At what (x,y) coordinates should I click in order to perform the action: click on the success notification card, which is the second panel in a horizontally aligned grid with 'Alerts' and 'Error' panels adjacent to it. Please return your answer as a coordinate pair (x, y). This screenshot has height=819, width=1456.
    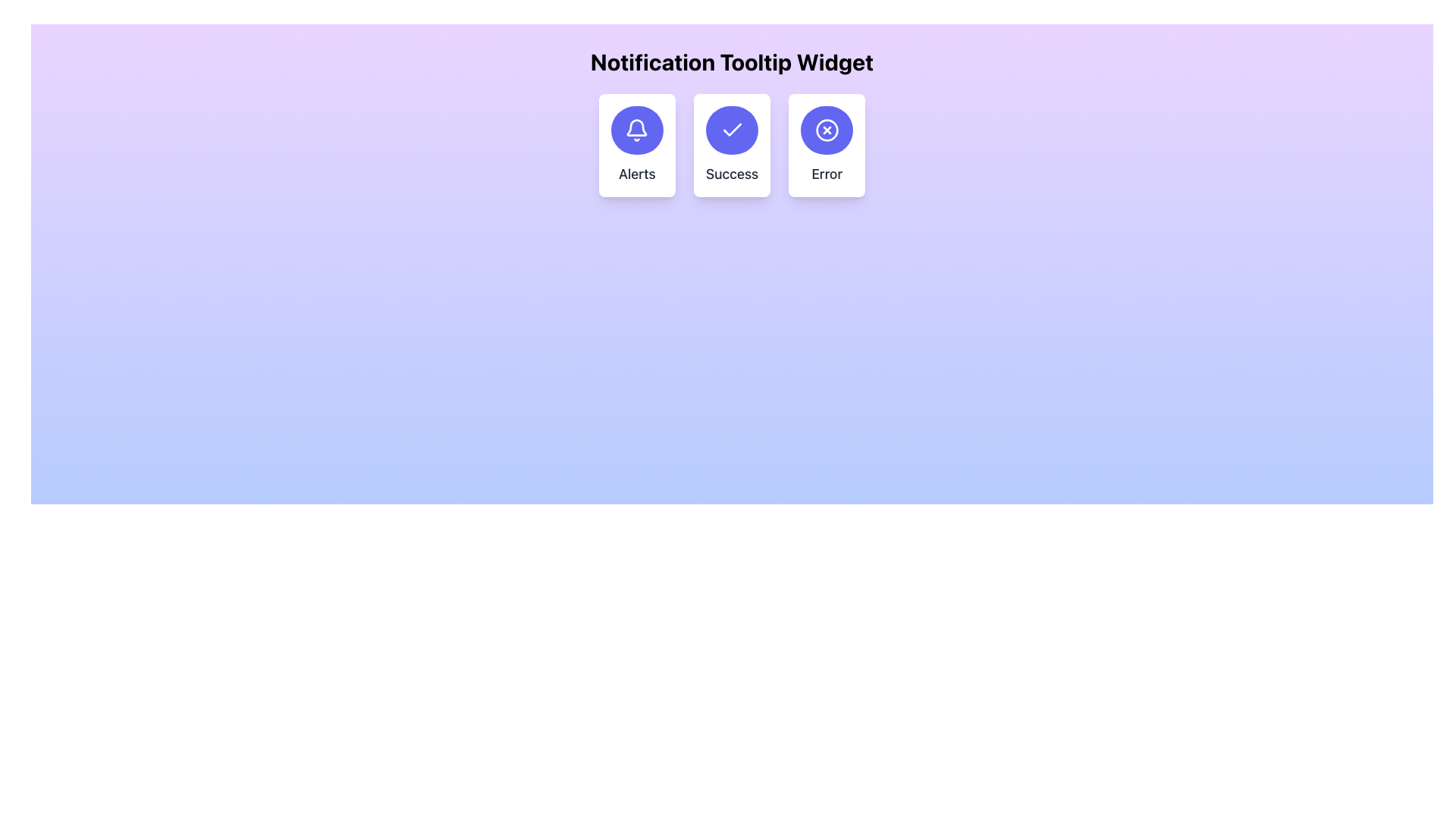
    Looking at the image, I should click on (732, 146).